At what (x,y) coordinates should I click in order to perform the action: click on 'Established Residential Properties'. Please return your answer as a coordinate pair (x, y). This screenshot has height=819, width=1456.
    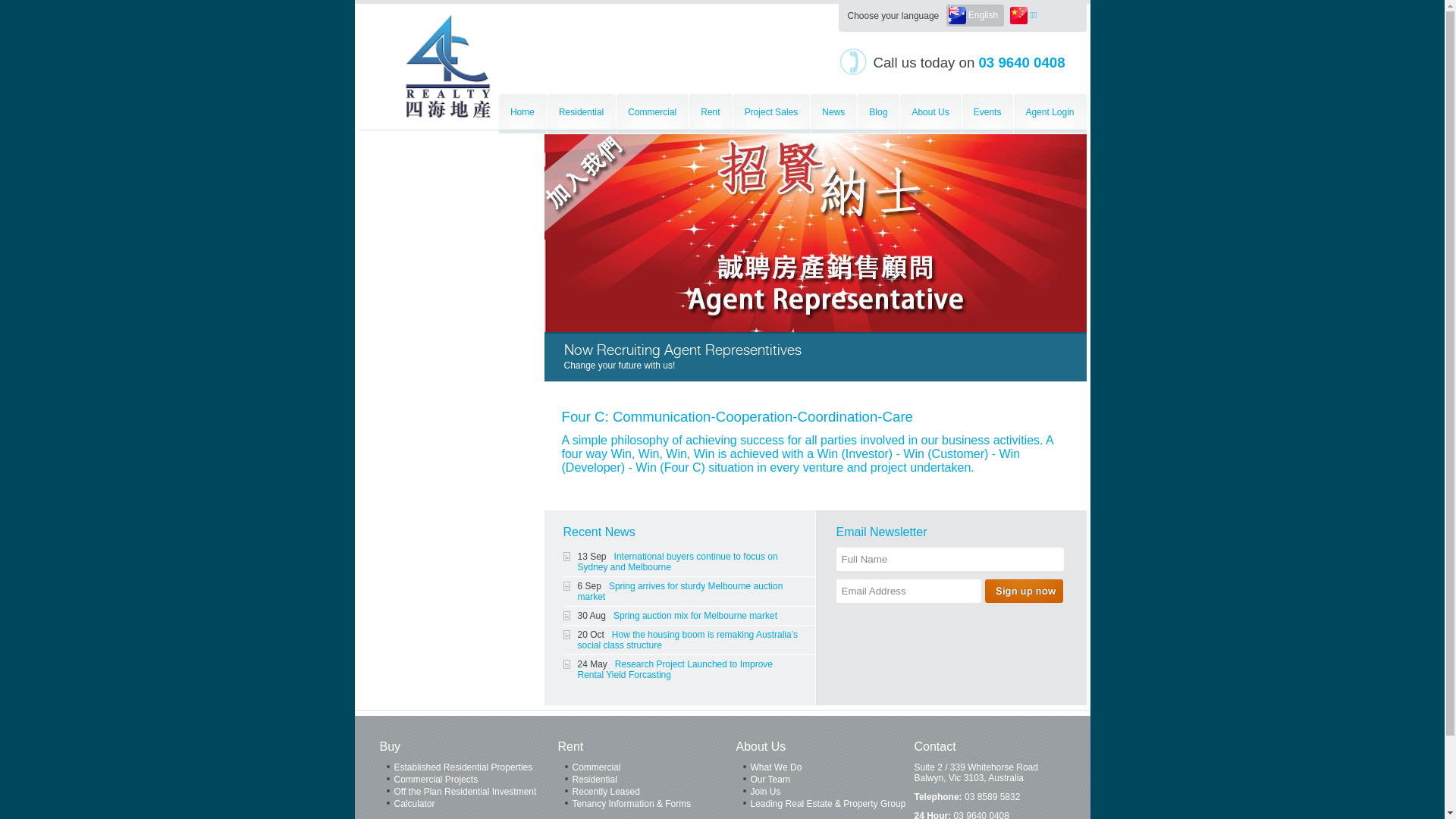
    Looking at the image, I should click on (467, 768).